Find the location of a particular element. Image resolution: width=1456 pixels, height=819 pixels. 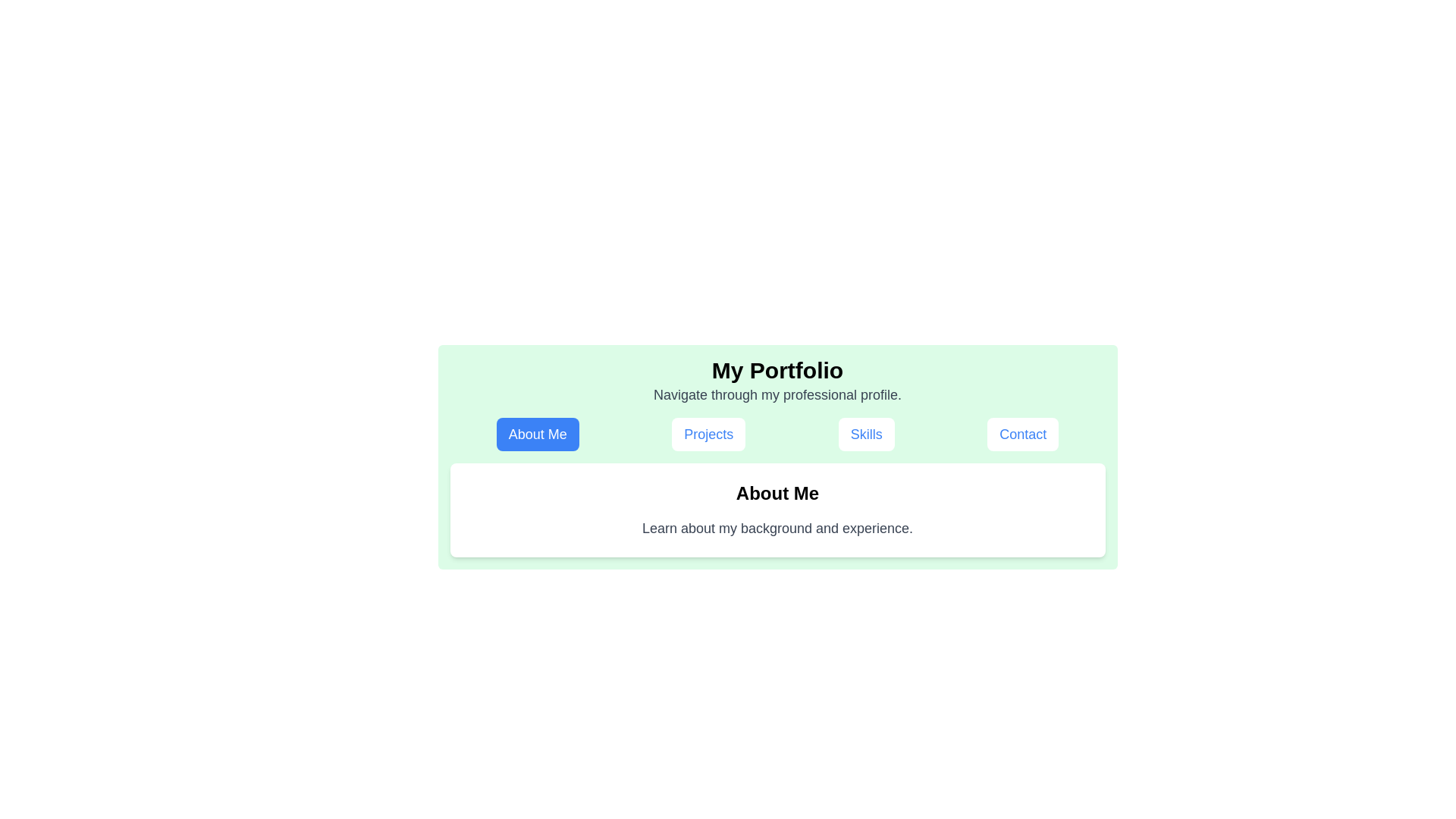

the tab labeled About Me to observe its hover effect is located at coordinates (538, 435).